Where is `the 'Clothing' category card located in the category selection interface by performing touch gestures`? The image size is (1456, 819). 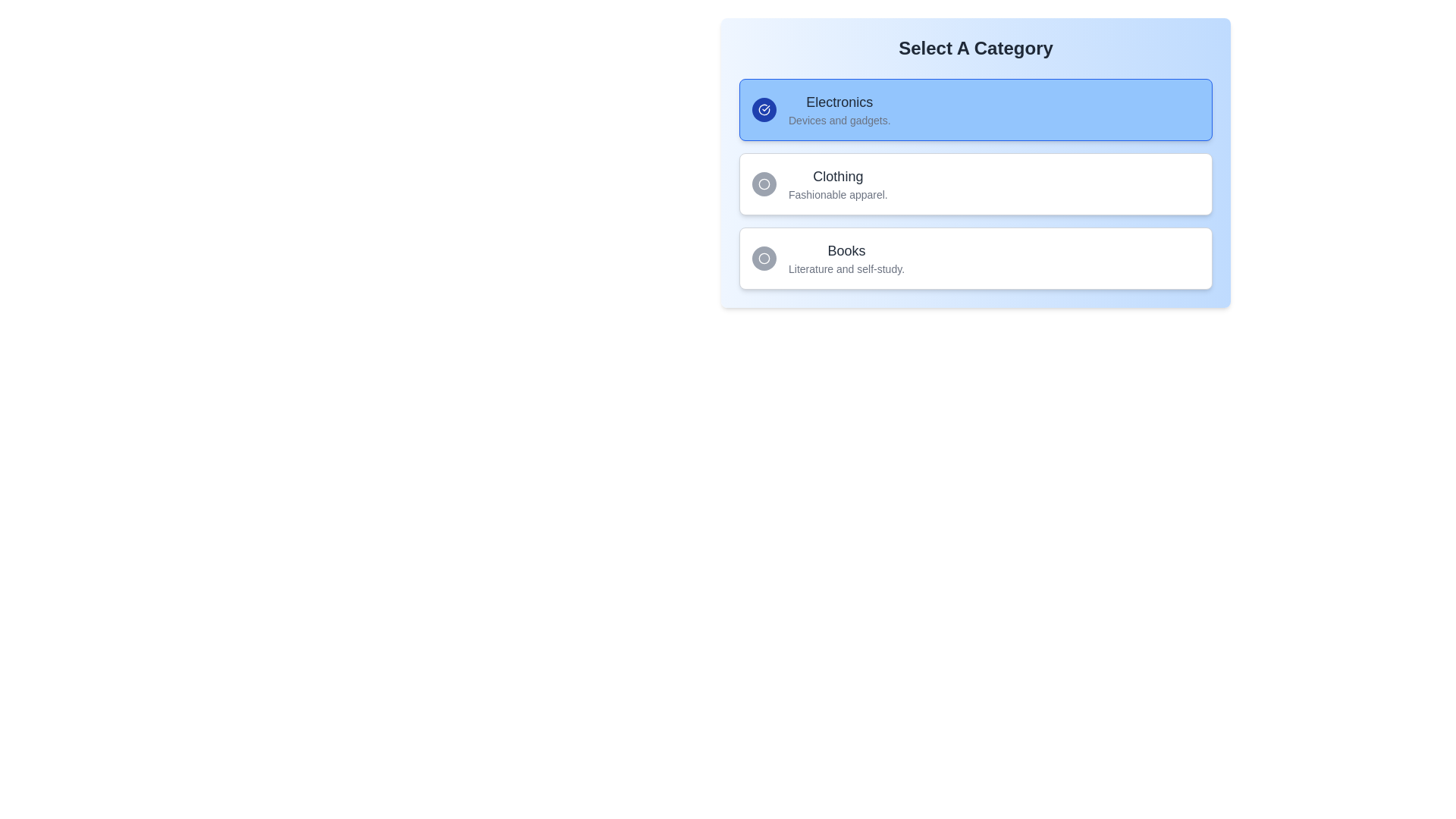 the 'Clothing' category card located in the category selection interface by performing touch gestures is located at coordinates (975, 184).